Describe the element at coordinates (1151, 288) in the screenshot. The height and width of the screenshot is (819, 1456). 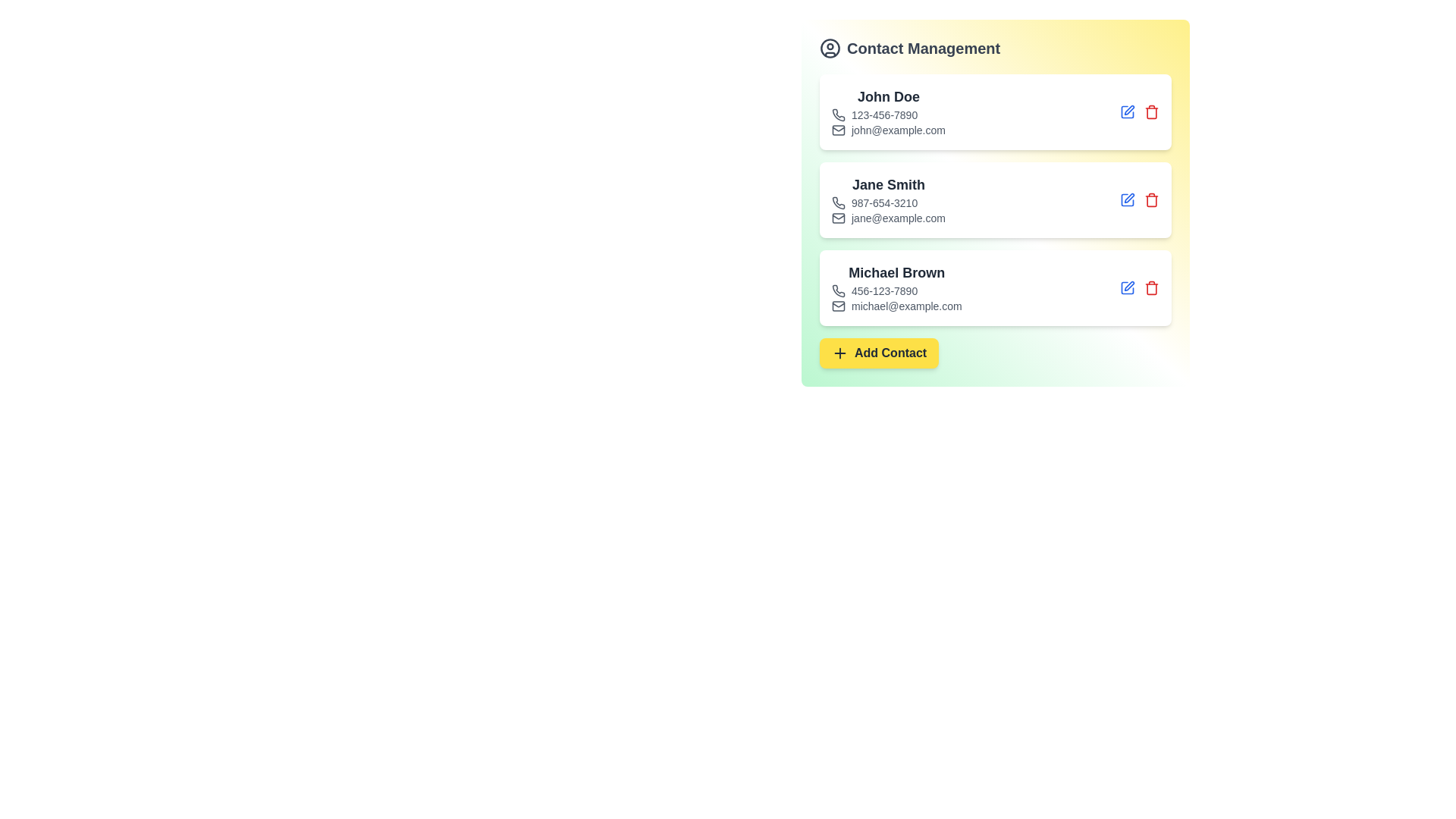
I see `delete button for the contact with name Michael Brown` at that location.